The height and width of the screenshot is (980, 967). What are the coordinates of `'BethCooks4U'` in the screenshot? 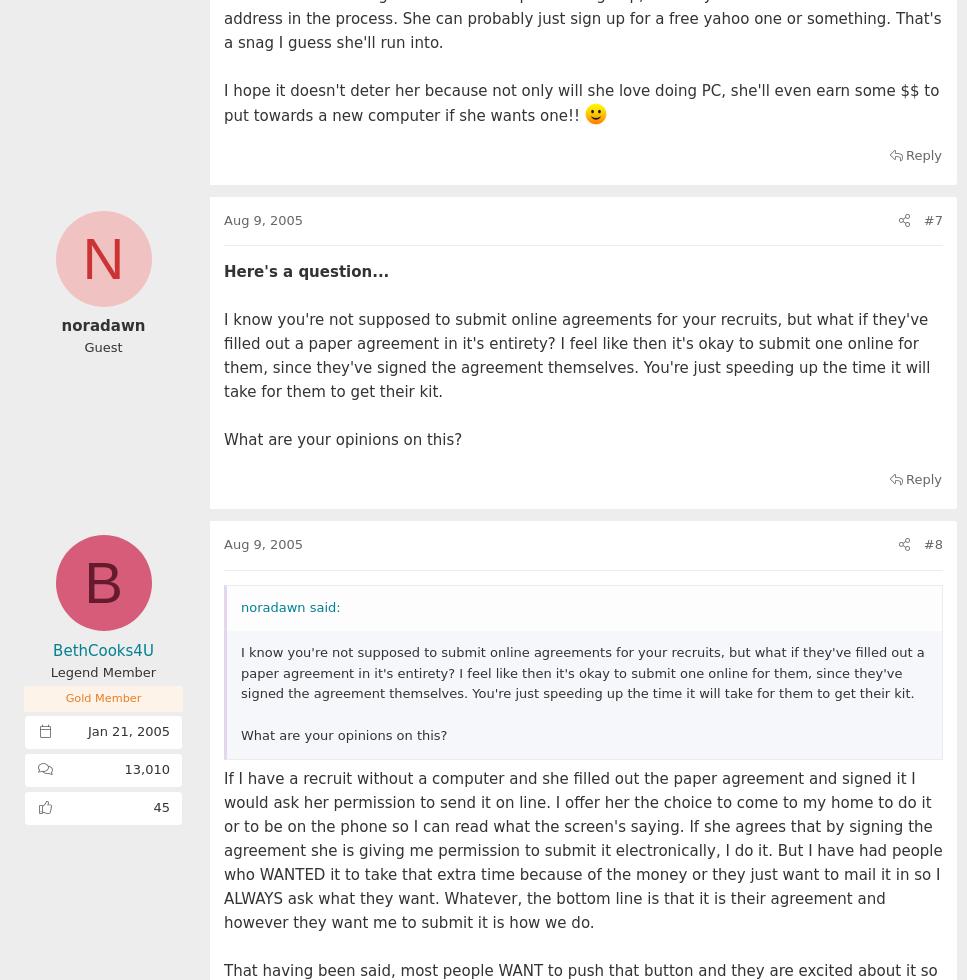 It's located at (102, 650).